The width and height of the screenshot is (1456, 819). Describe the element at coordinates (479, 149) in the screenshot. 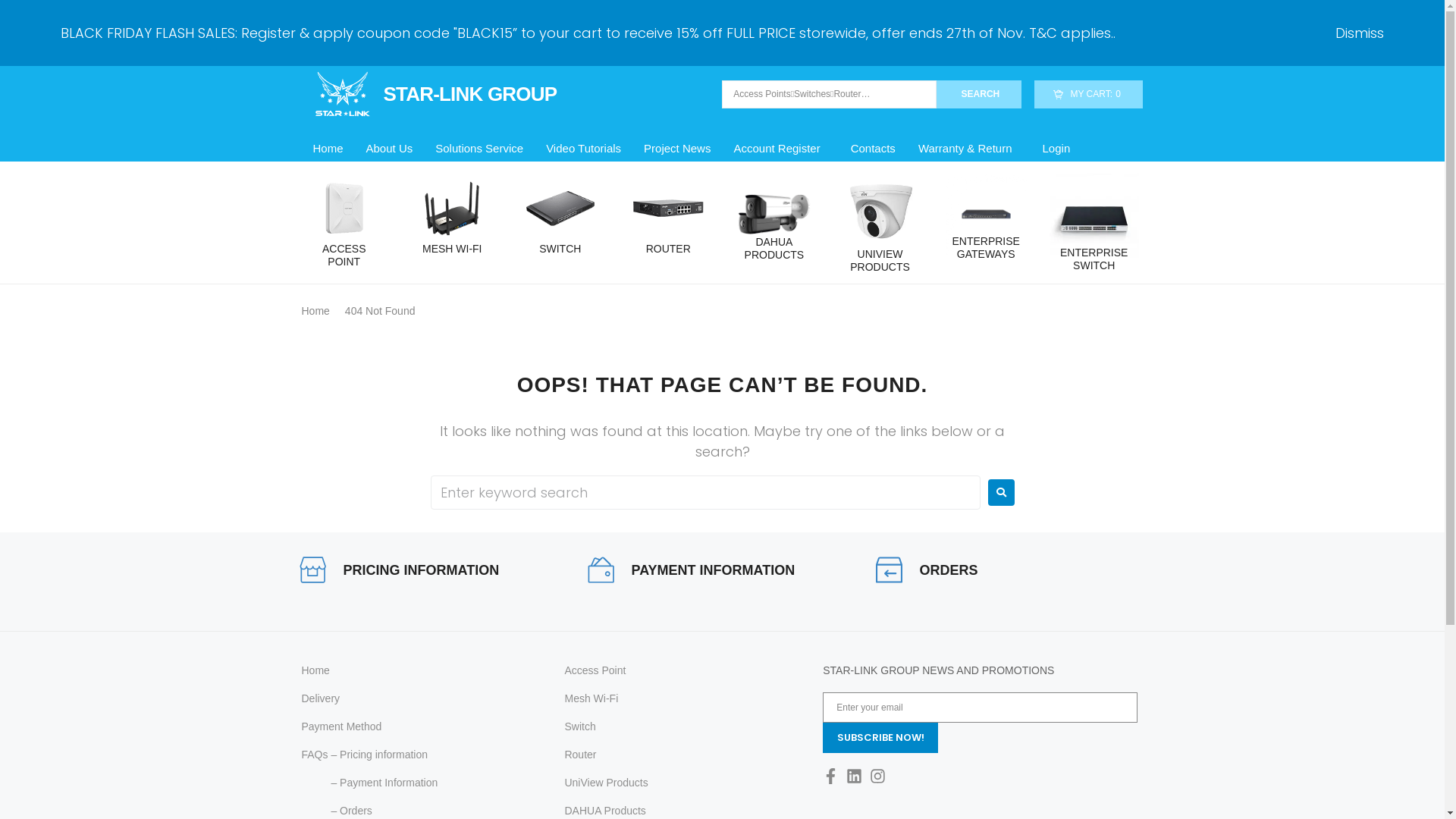

I see `'Solutions Service'` at that location.